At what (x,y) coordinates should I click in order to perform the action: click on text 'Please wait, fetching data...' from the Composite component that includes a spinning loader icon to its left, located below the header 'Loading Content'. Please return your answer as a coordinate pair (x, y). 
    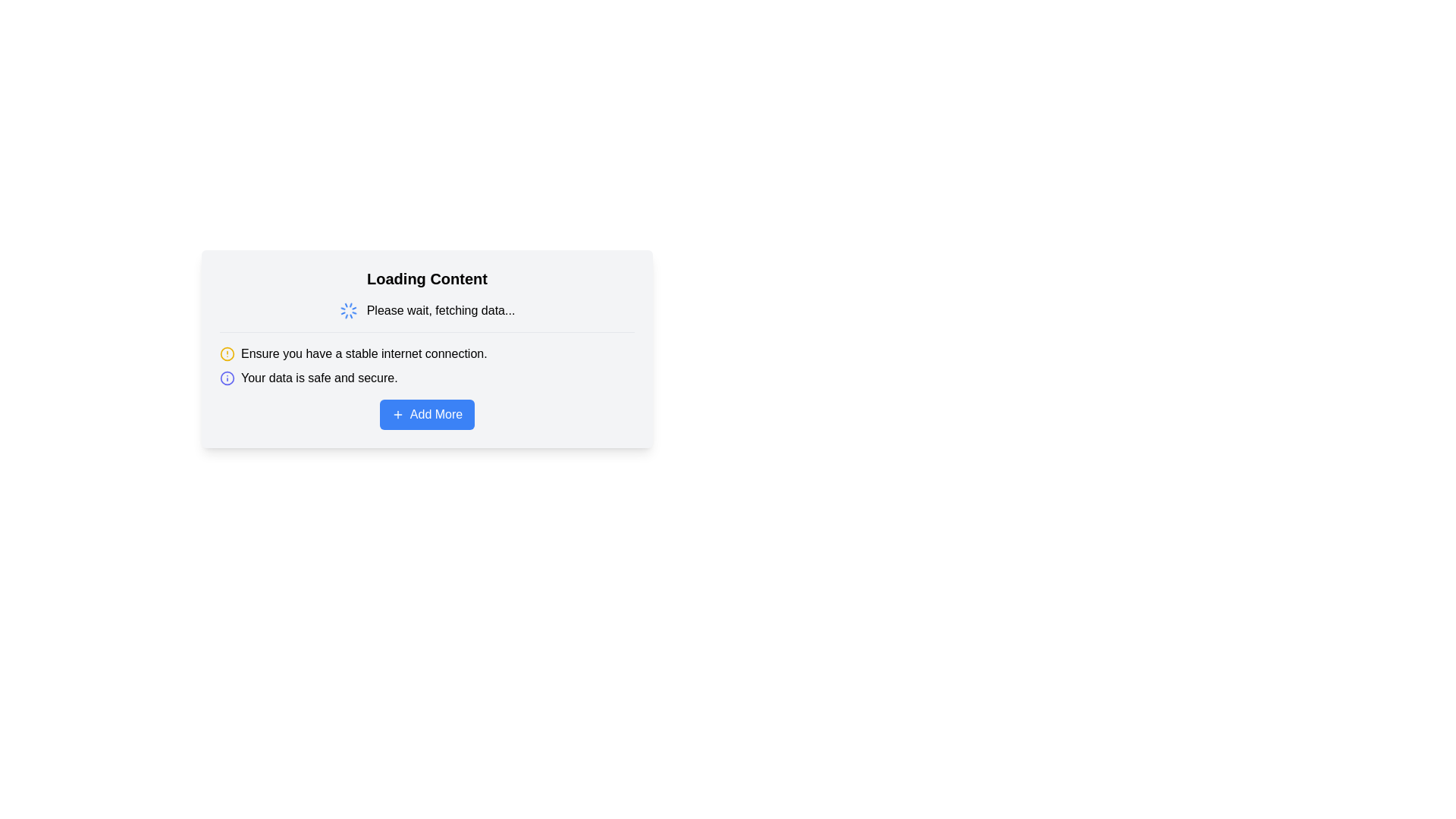
    Looking at the image, I should click on (426, 309).